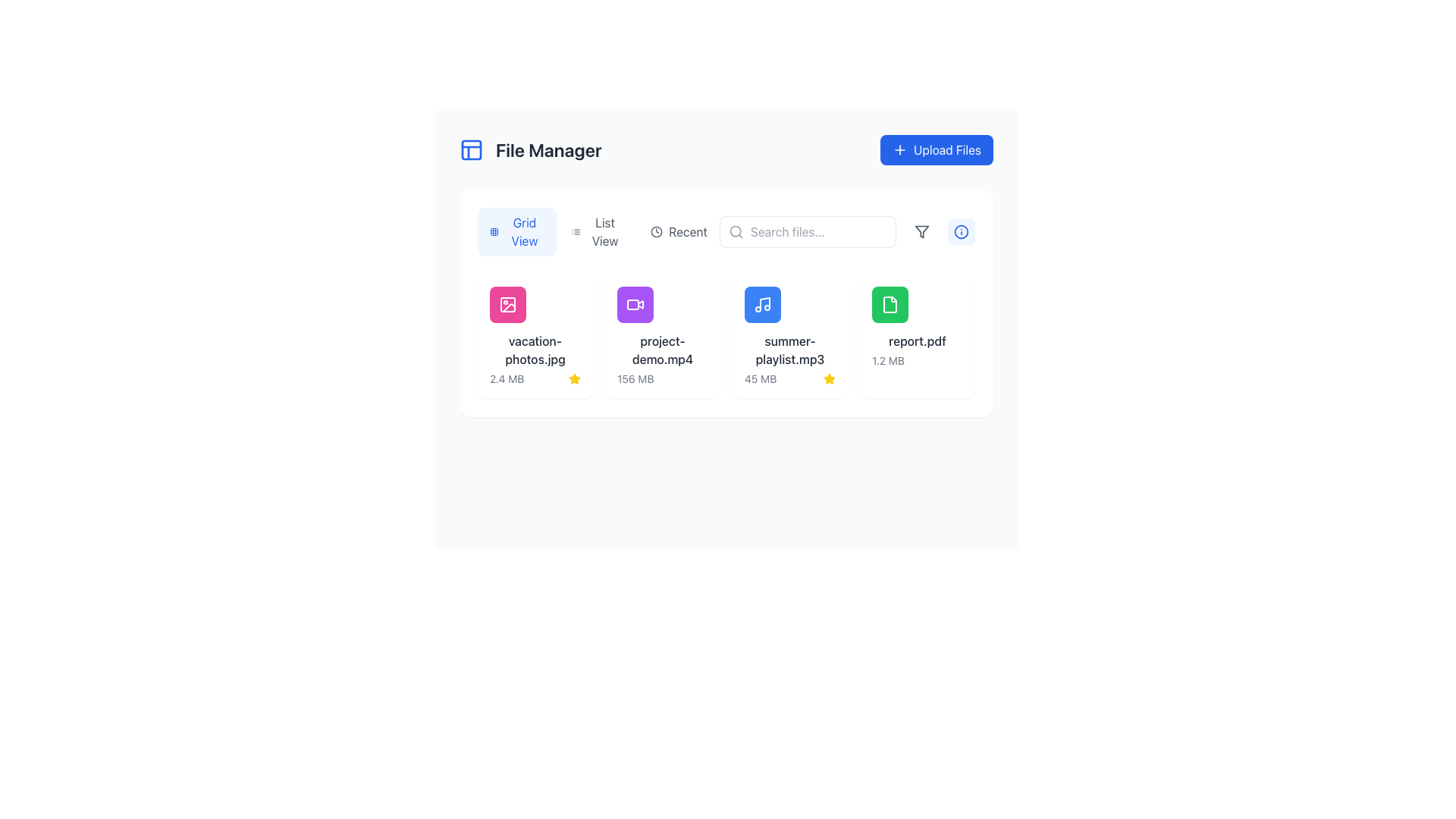  I want to click on the filter button located in the header area of the interface, adjacent to the search bar on its right-hand side, to apply filters for refining content in the file manager, so click(921, 231).